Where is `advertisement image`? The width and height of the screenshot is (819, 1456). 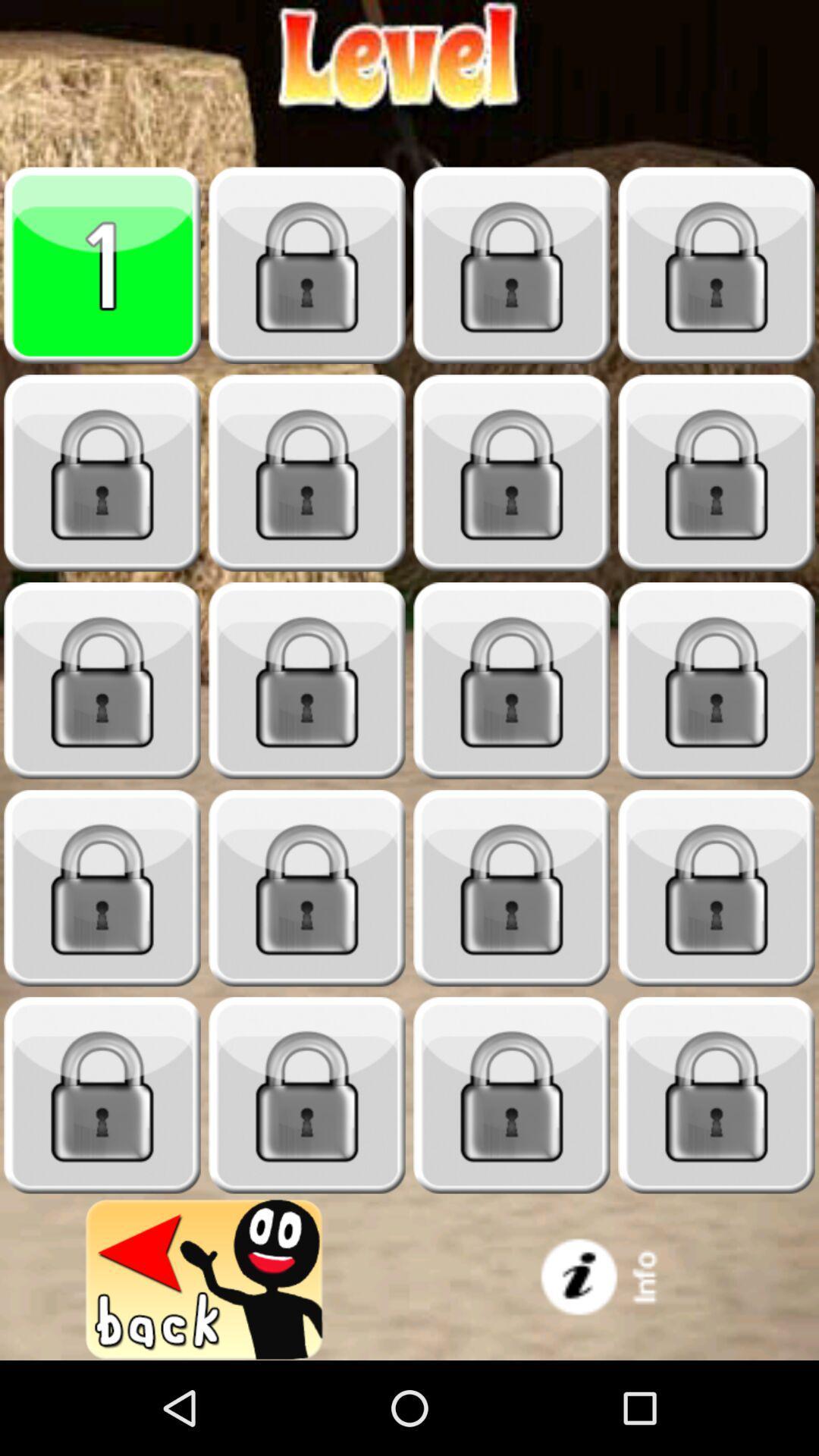 advertisement image is located at coordinates (614, 1279).